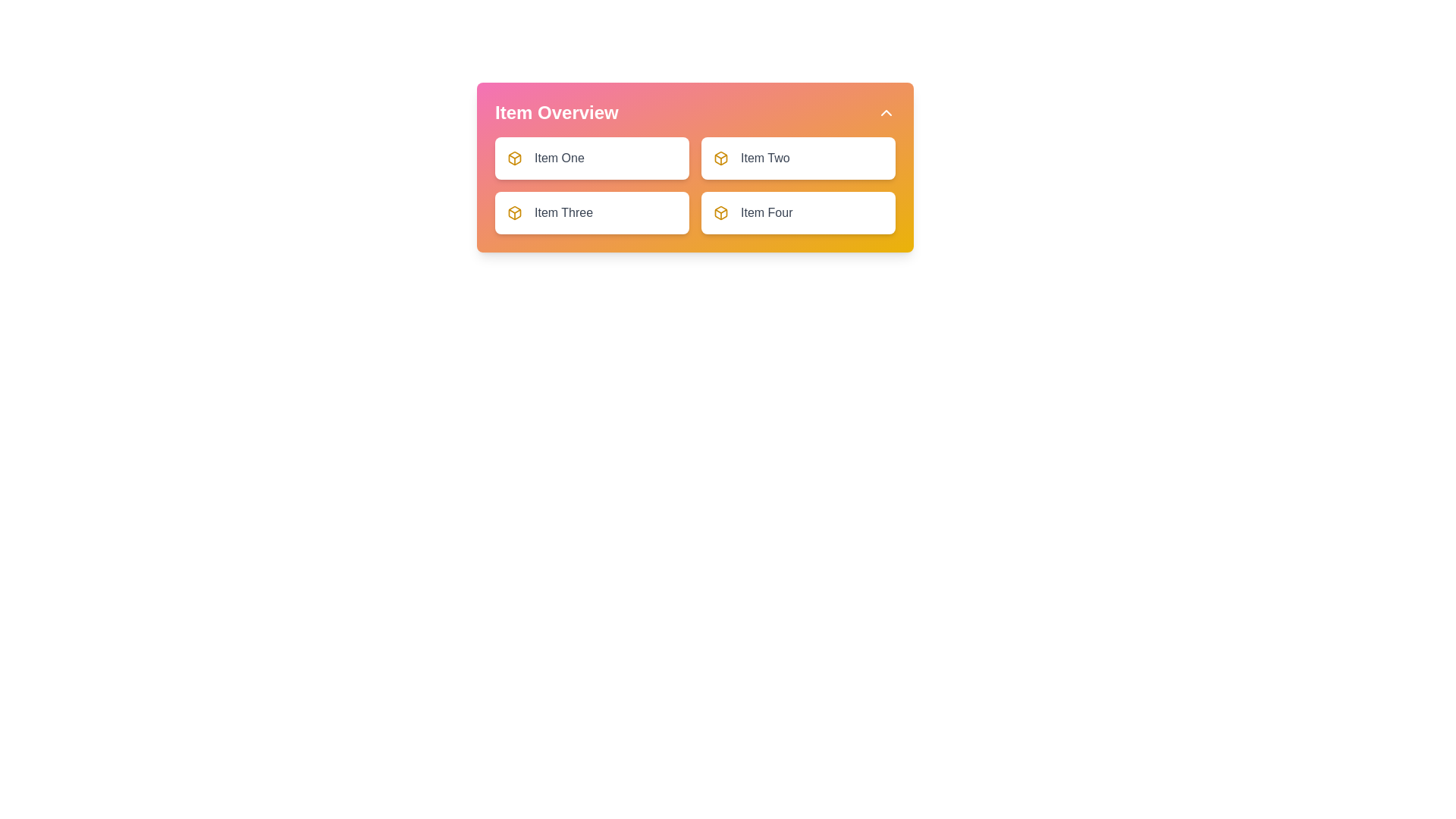  I want to click on the static text label displaying 'Item Three' located in the lower-left section of the 'Item Overview' grid, positioned to the right of a box icon, so click(563, 213).